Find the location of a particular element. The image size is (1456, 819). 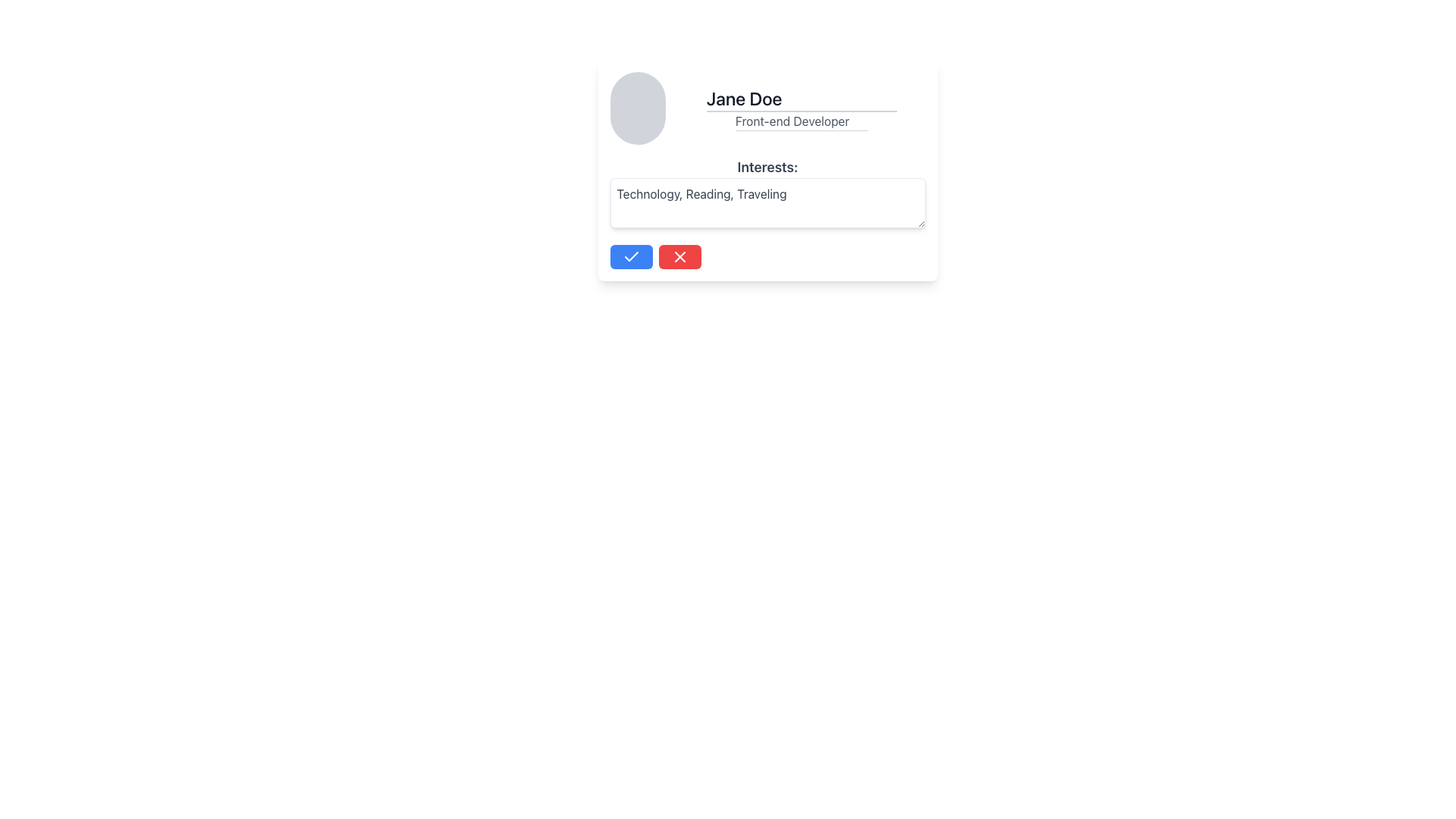

the checkmark icon located inside the blue button at the bottom left of the user's profile card is located at coordinates (631, 256).